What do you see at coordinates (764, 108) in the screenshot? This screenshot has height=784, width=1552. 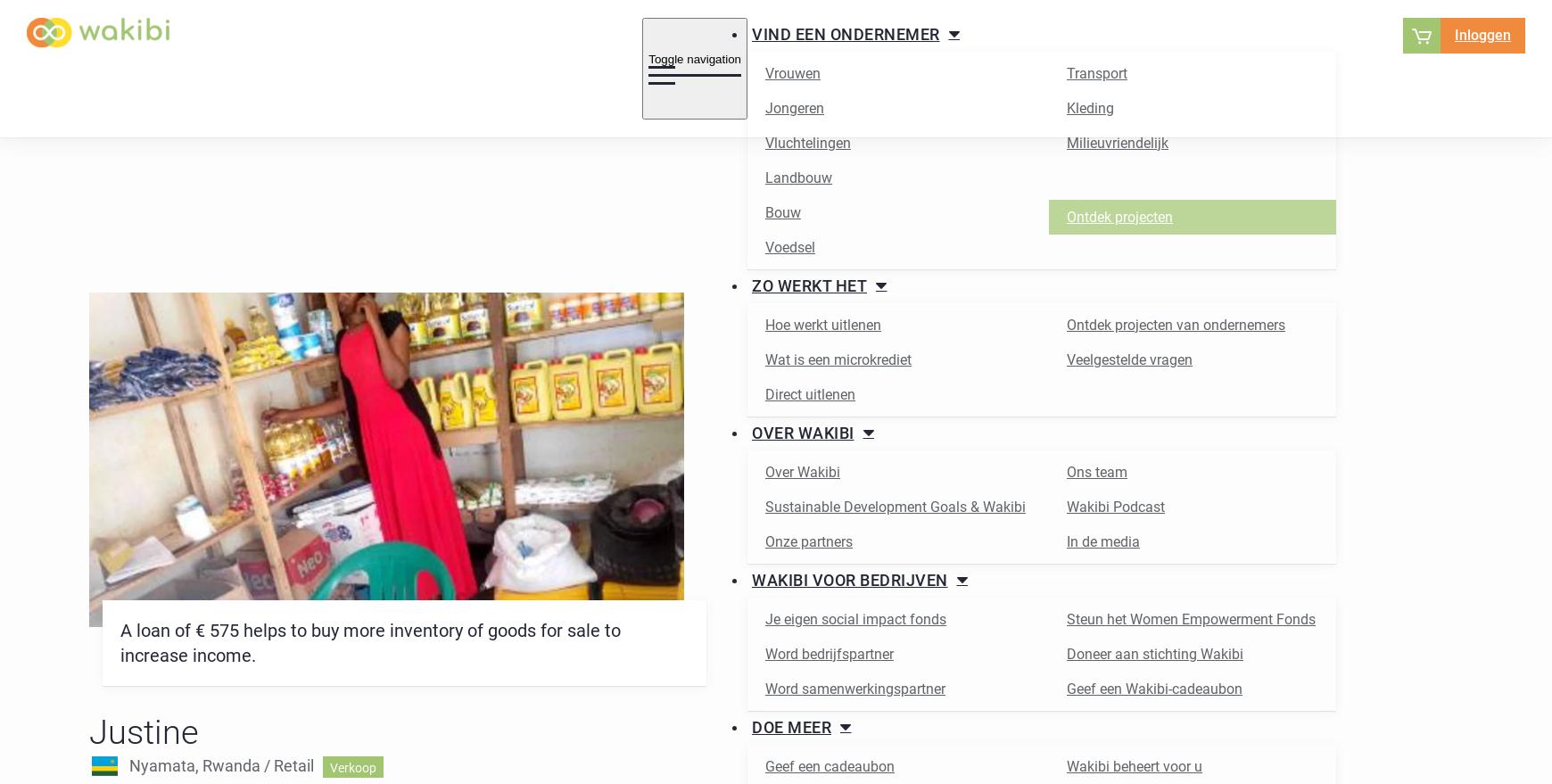 I see `'Jongeren'` at bounding box center [764, 108].